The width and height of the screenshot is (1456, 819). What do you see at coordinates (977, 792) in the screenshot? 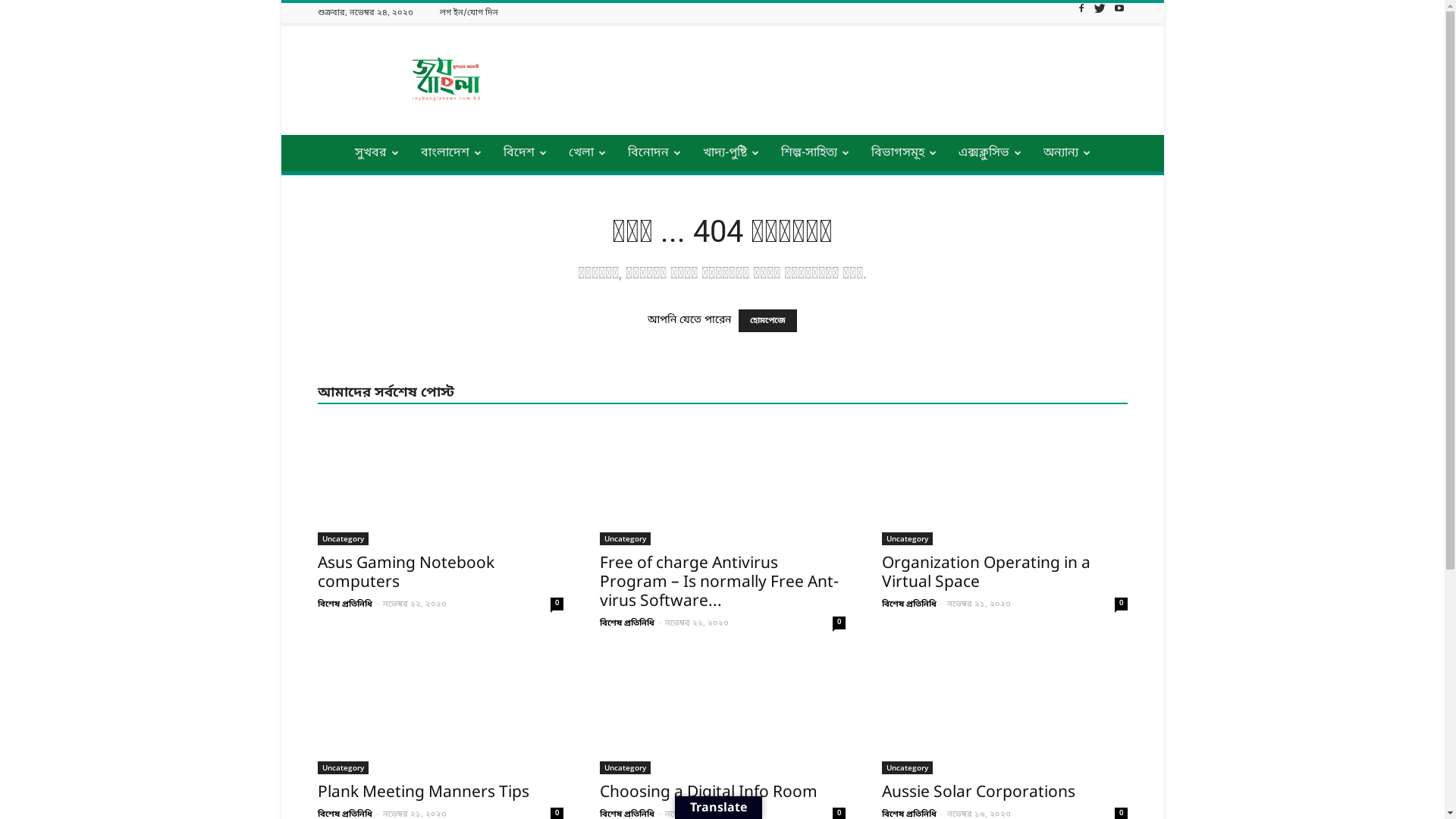
I see `'Aussie Solar Corporations'` at bounding box center [977, 792].